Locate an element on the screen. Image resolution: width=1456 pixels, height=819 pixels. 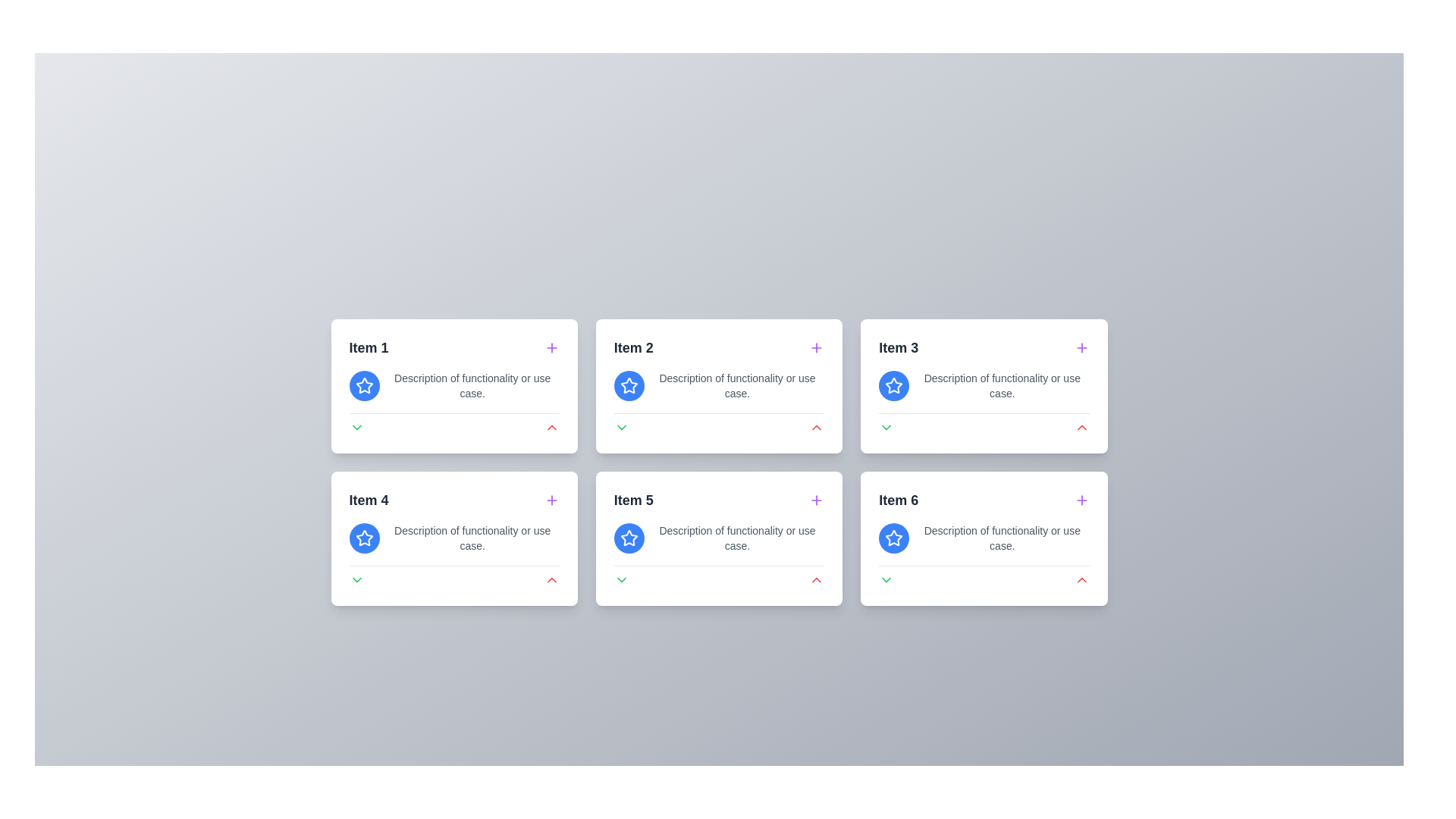
the circular purple button with a plus symbol located in the upper-right corner of the 'Item 4' card is located at coordinates (551, 500).